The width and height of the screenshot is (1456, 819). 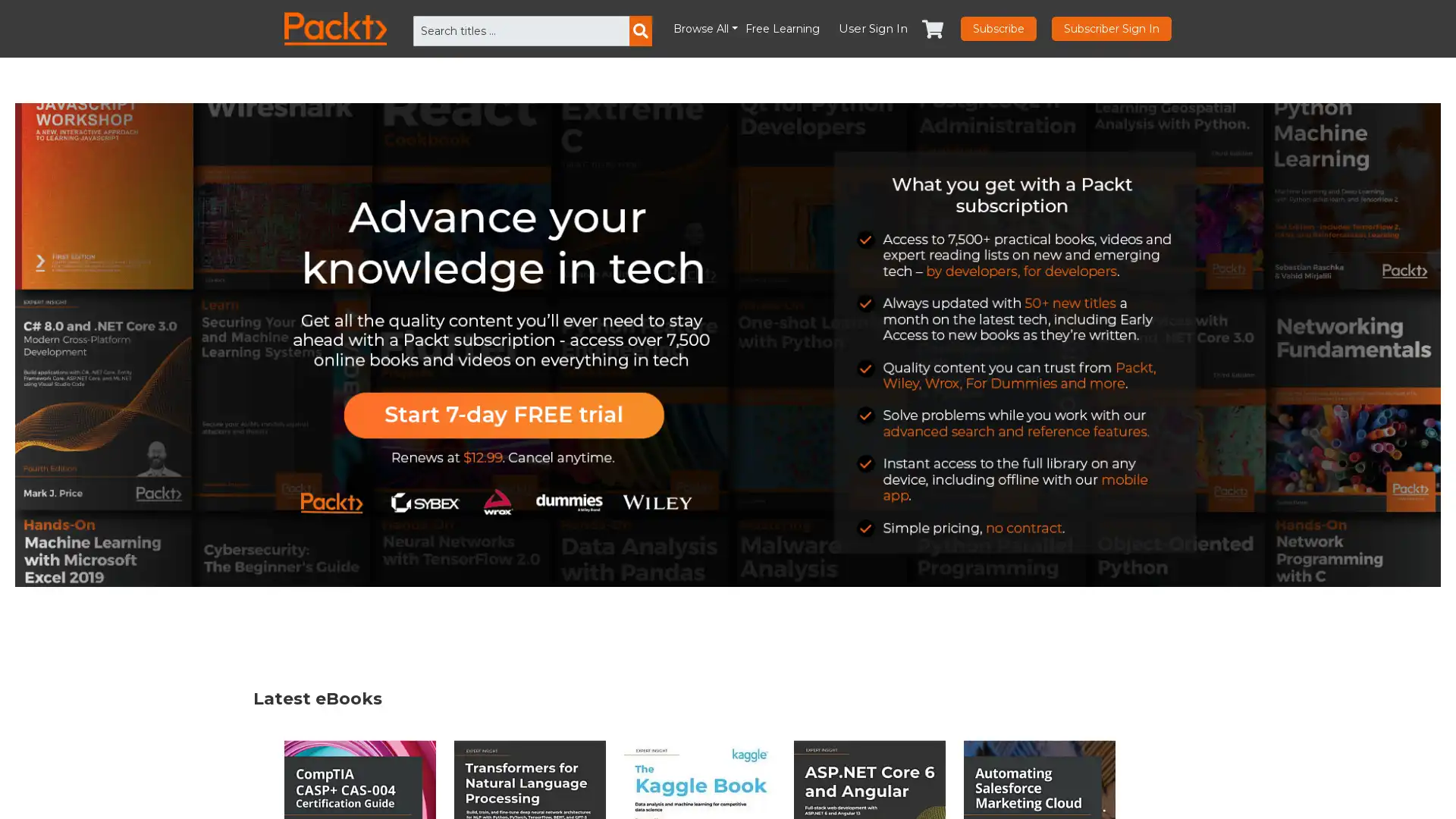 What do you see at coordinates (1111, 29) in the screenshot?
I see `Subscriber Sign In` at bounding box center [1111, 29].